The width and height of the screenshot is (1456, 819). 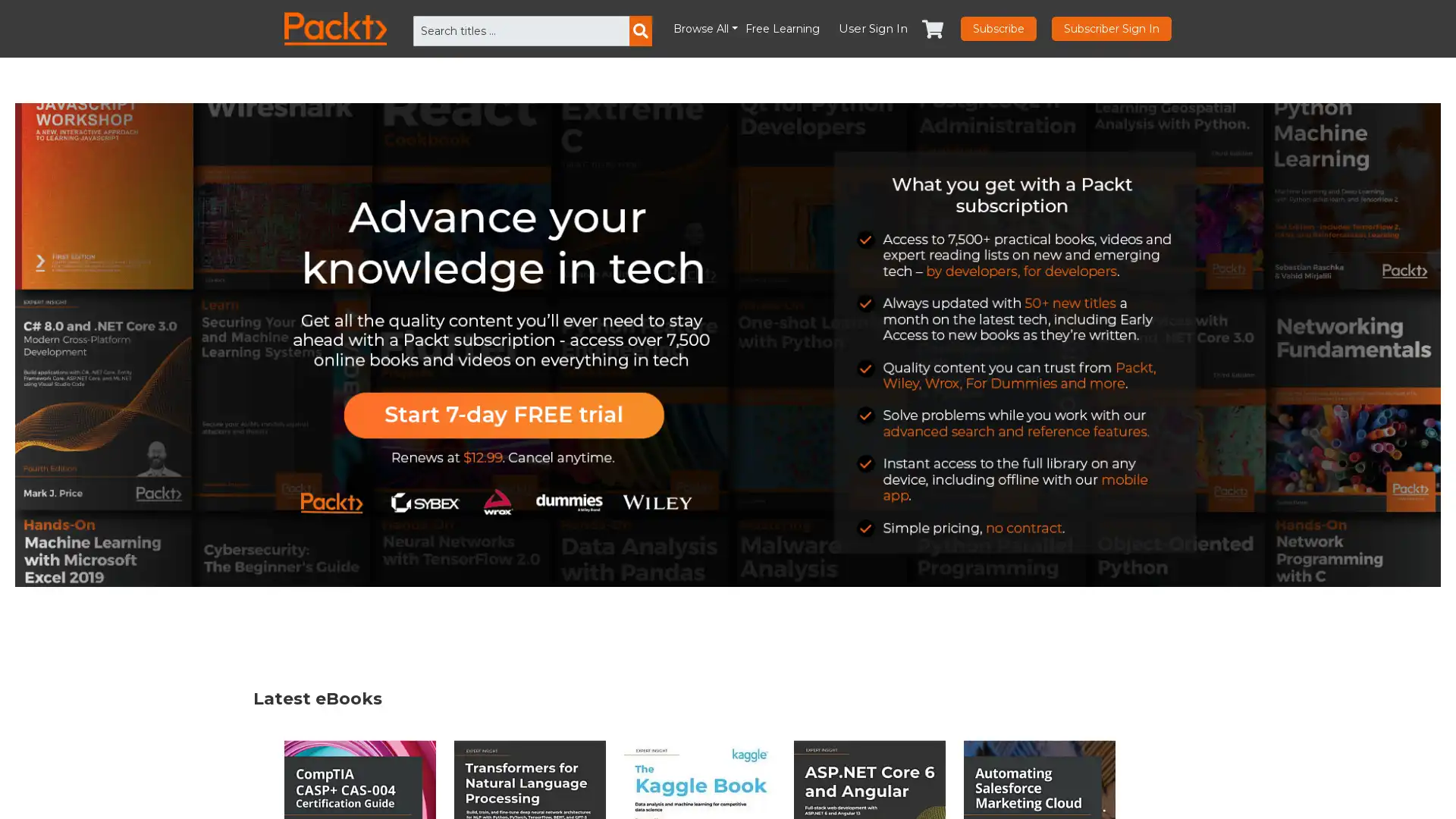 What do you see at coordinates (1111, 29) in the screenshot?
I see `Subscriber Sign In` at bounding box center [1111, 29].